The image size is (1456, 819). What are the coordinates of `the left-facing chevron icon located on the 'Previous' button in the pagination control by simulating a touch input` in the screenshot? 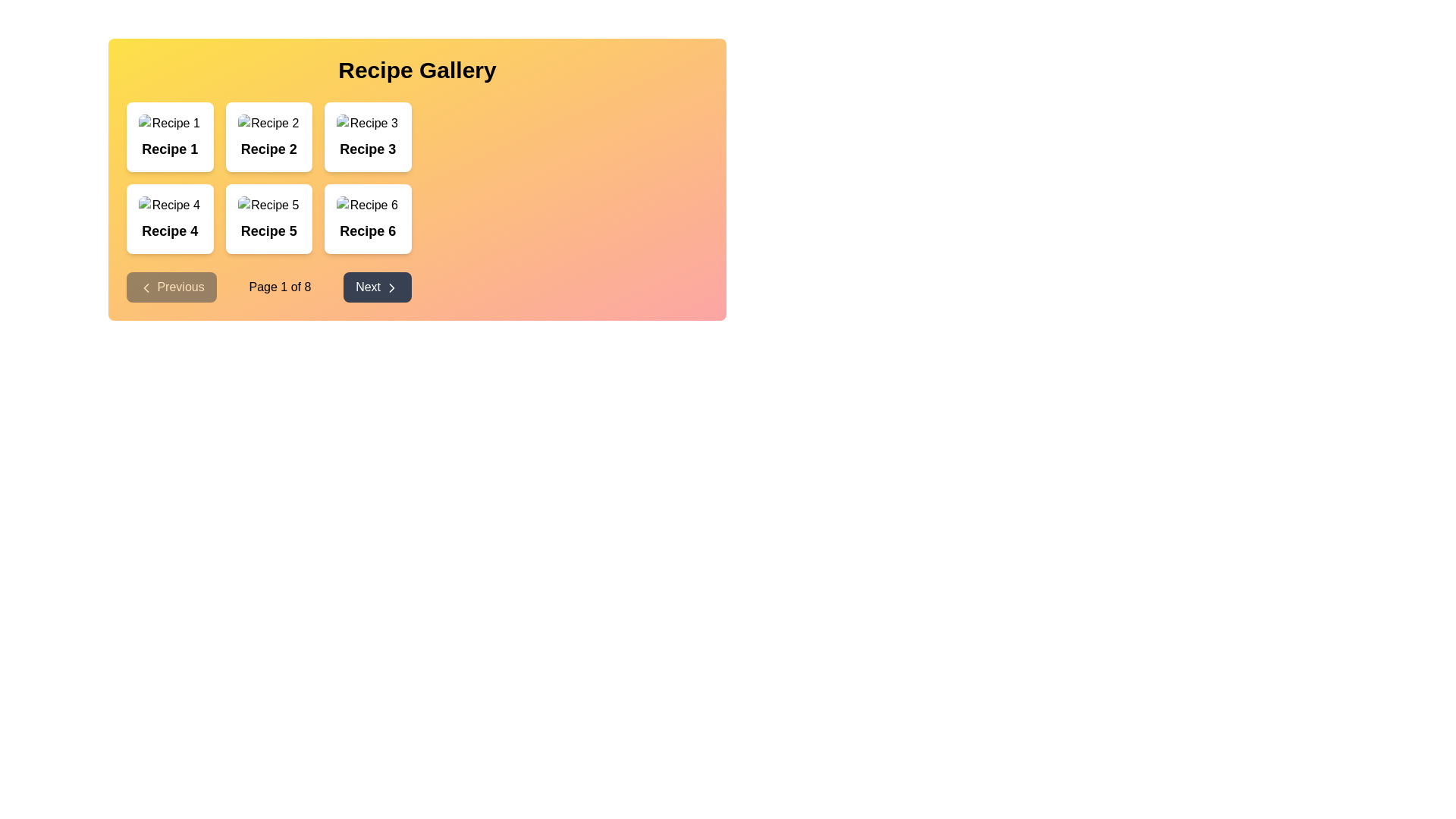 It's located at (146, 287).